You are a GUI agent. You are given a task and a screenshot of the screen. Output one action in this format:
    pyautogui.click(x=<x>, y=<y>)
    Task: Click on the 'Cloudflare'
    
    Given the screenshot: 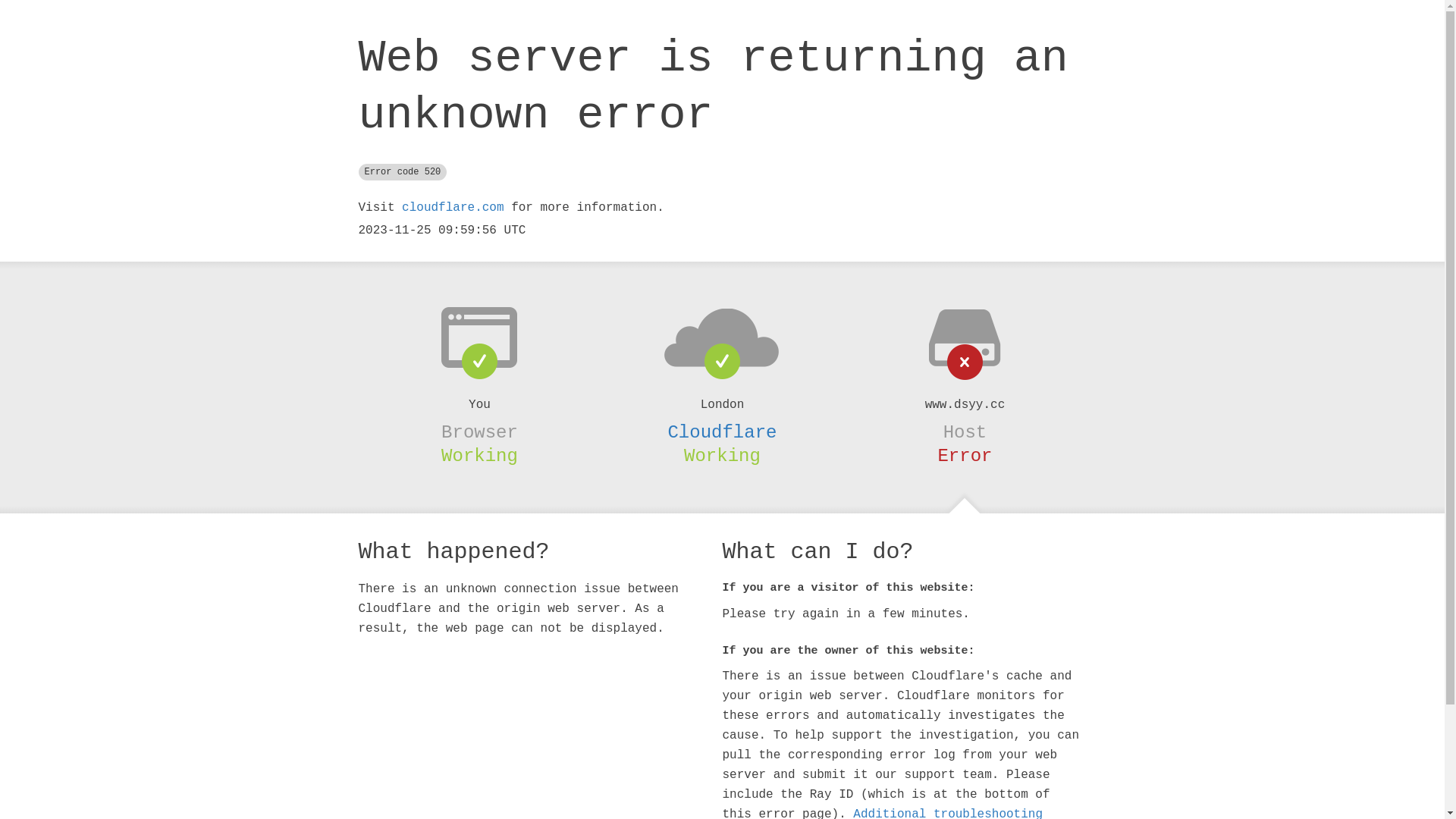 What is the action you would take?
    pyautogui.click(x=720, y=432)
    